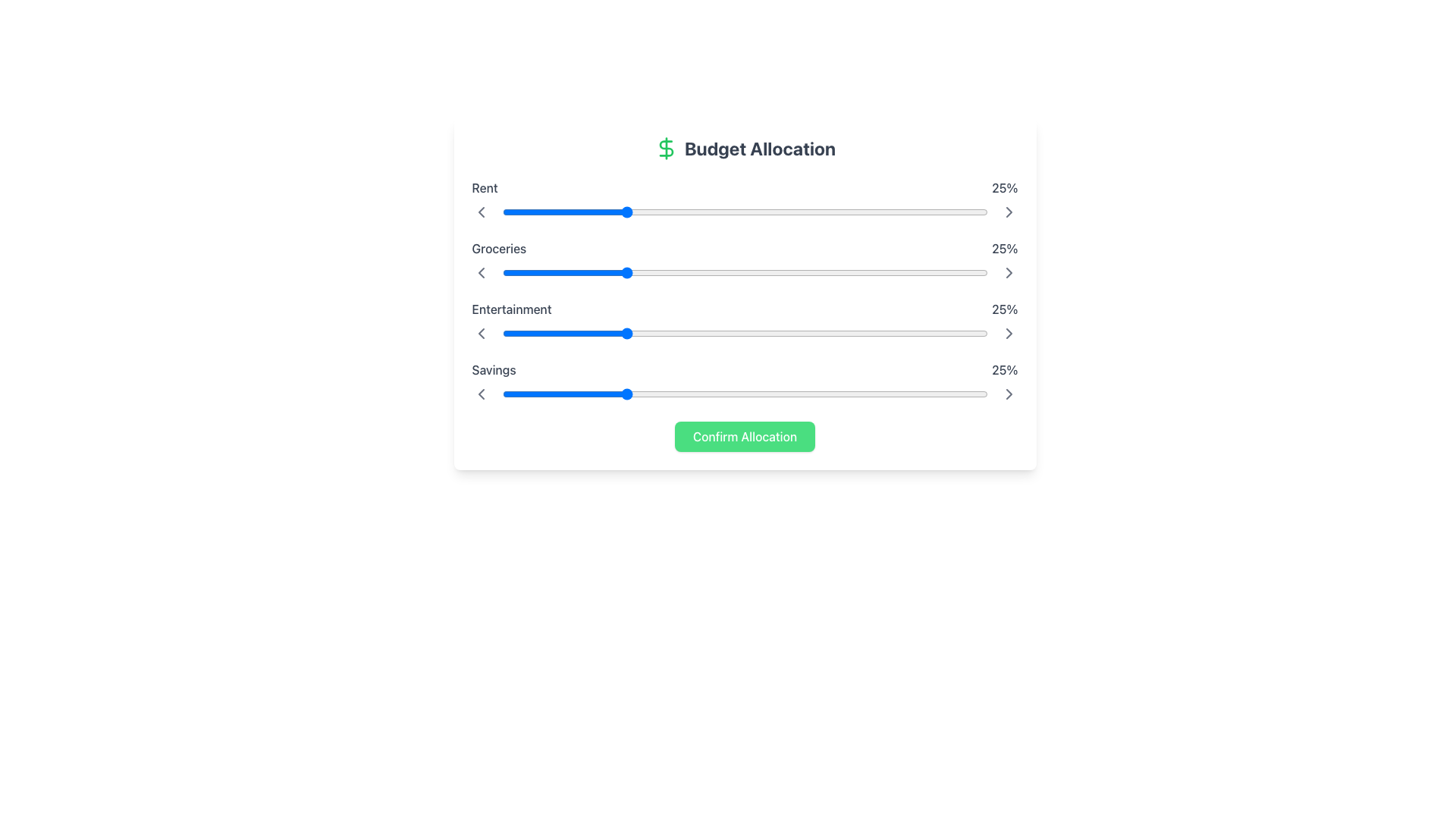  What do you see at coordinates (724, 332) in the screenshot?
I see `the slider for 'Entertainment'` at bounding box center [724, 332].